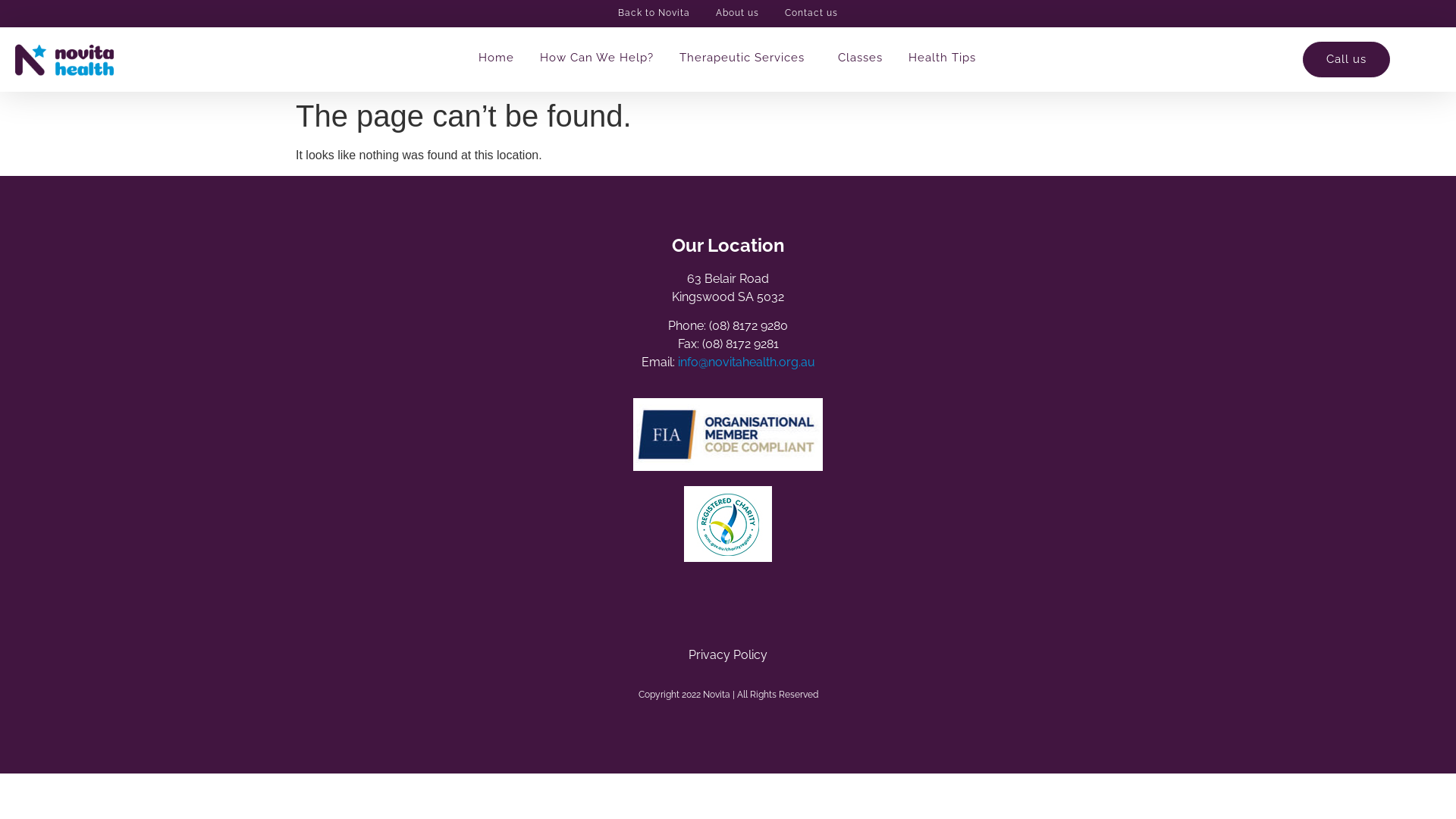  I want to click on 'ACNC_logo', so click(728, 522).